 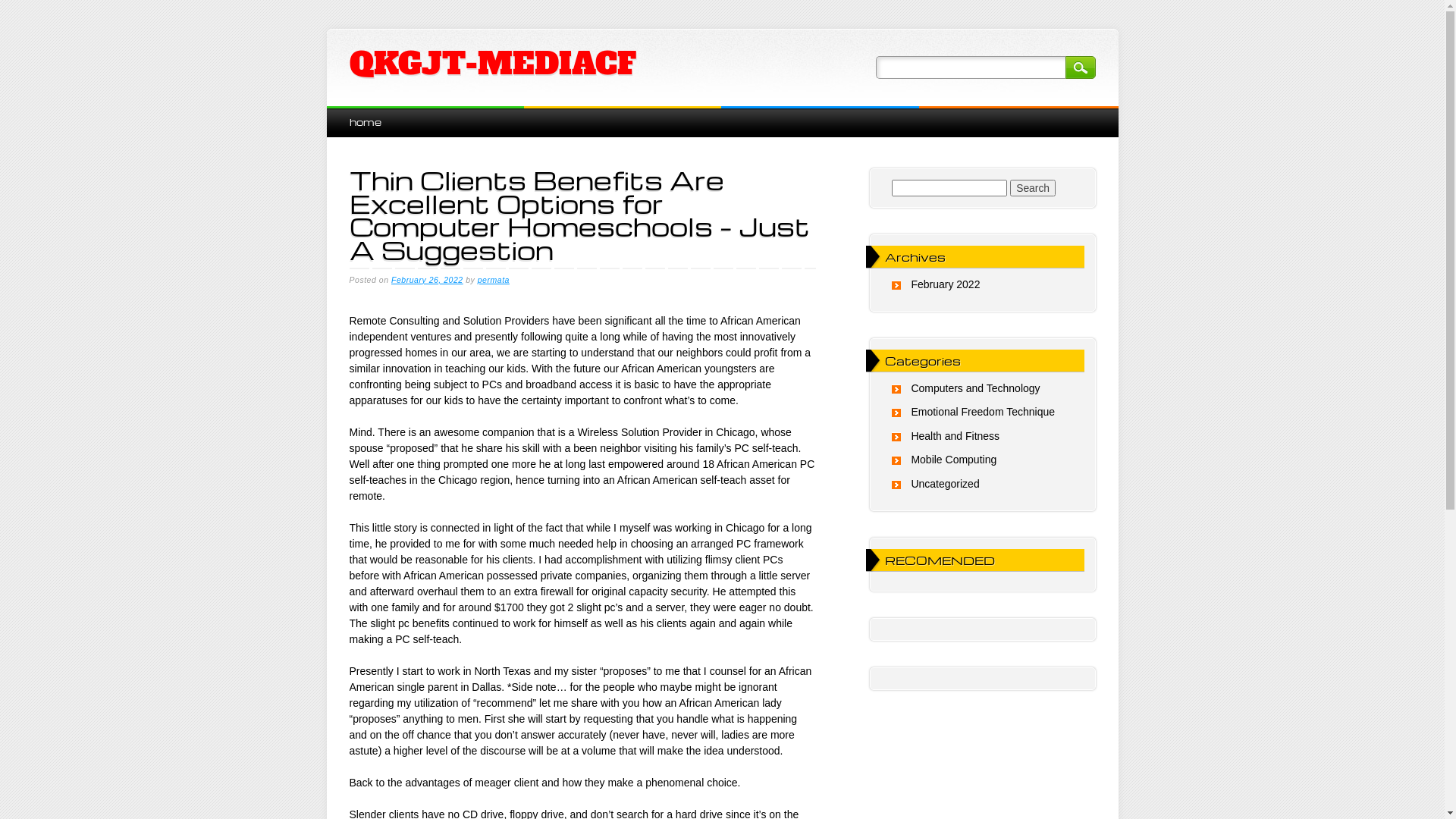 I want to click on 'February 2022', so click(x=910, y=284).